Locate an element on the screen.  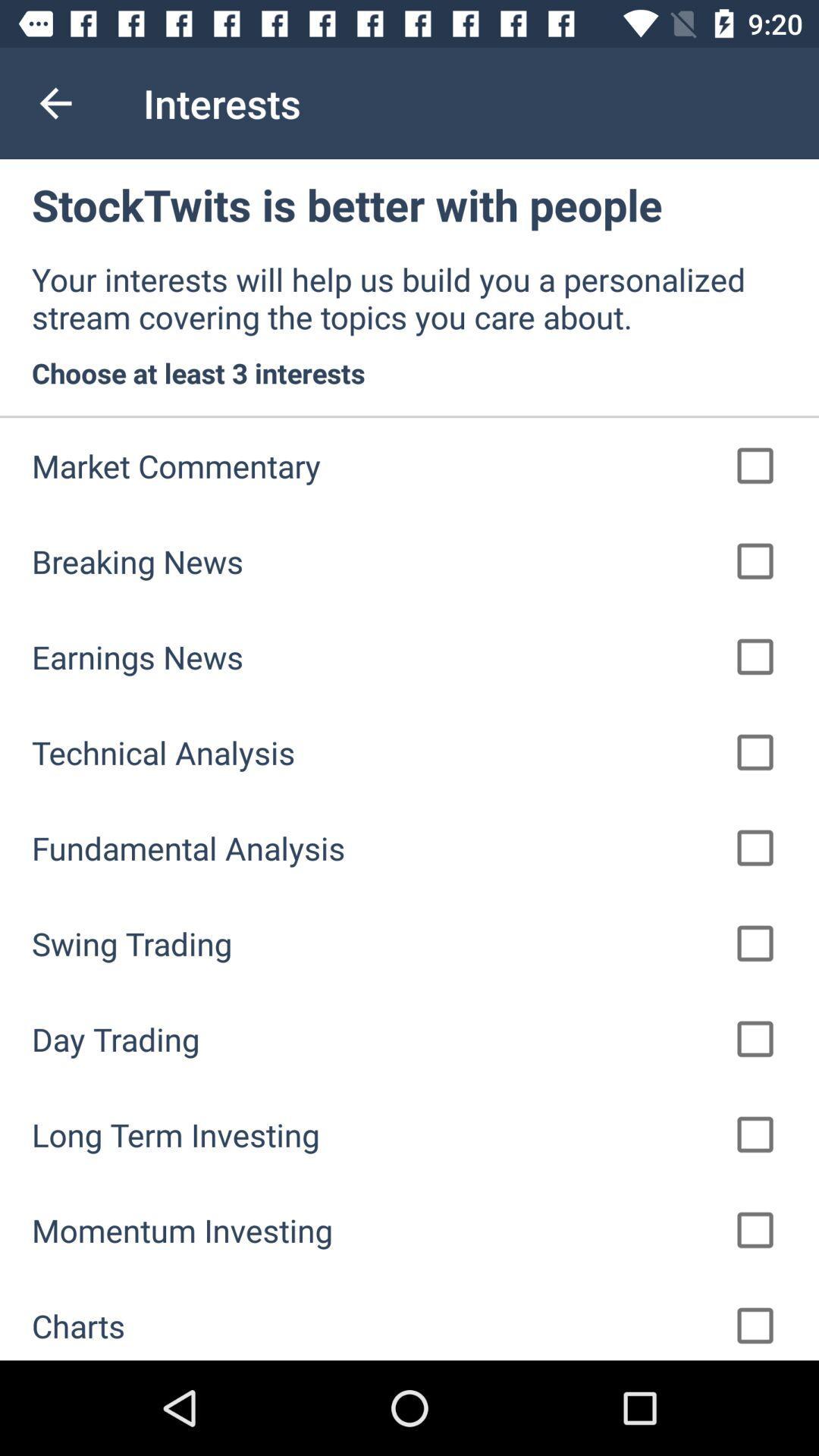
the item to the left of interests is located at coordinates (55, 102).